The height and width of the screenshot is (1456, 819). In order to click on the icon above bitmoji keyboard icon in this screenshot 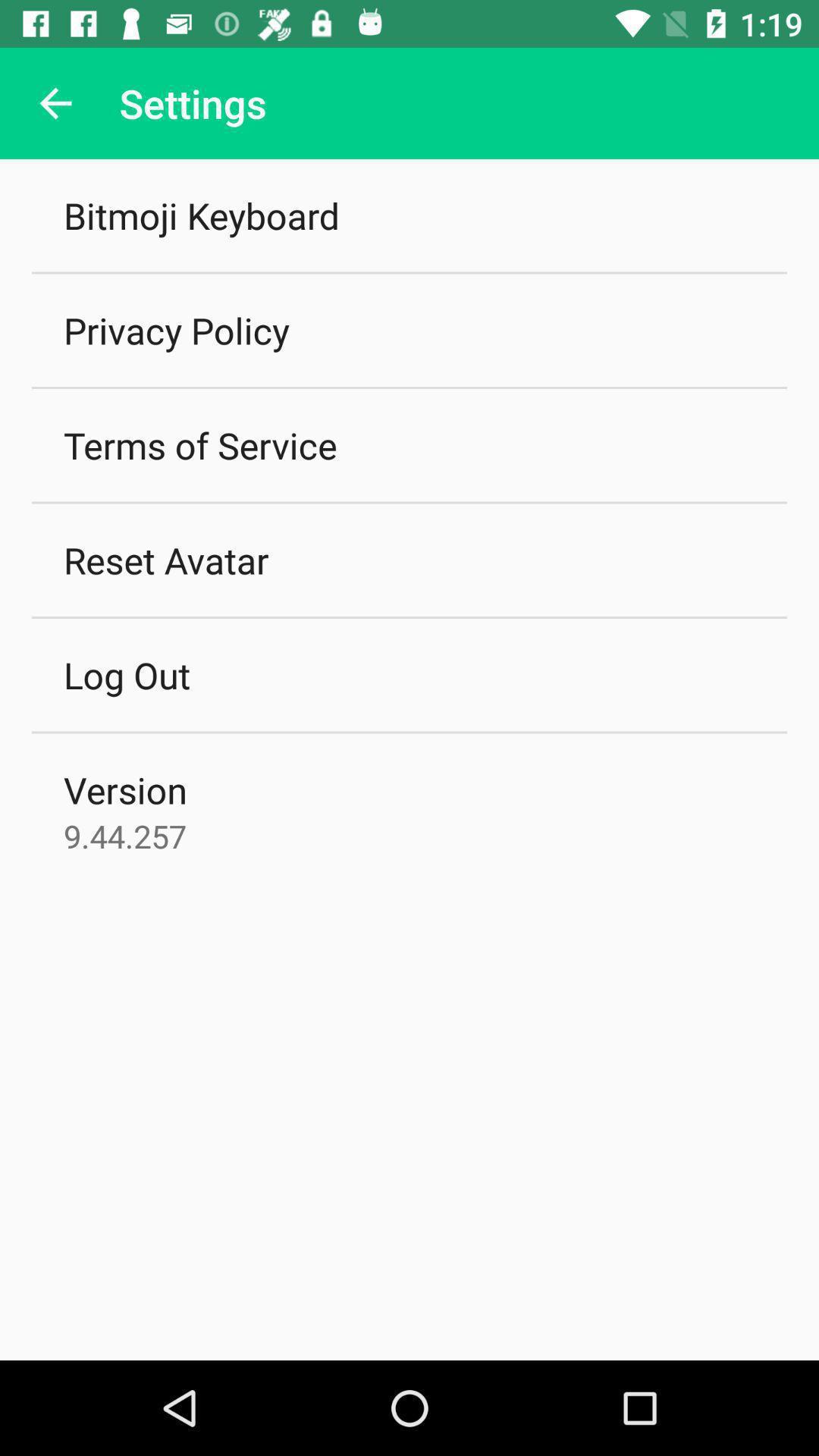, I will do `click(55, 102)`.